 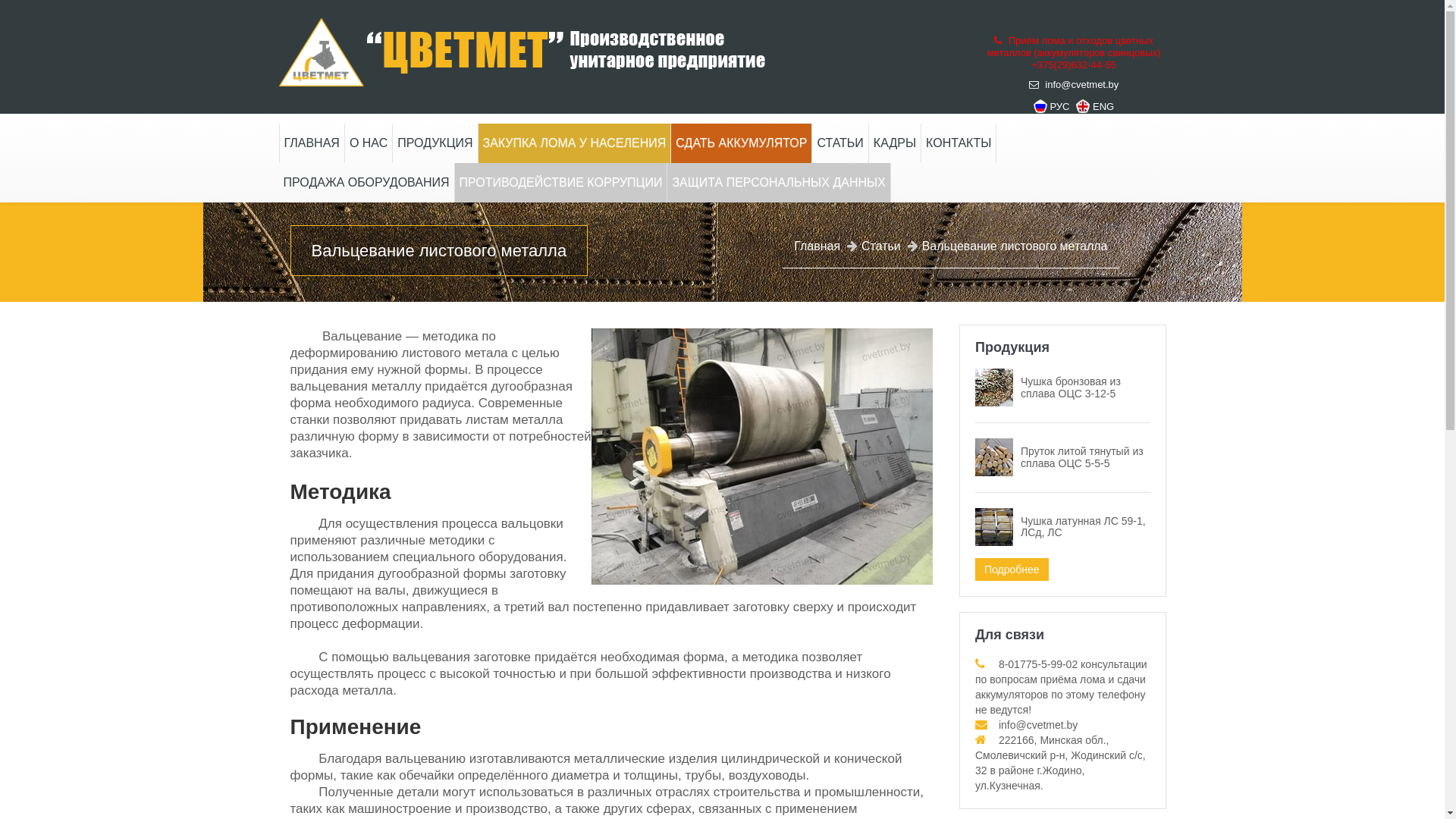 What do you see at coordinates (1072, 84) in the screenshot?
I see `'info@cvetmet.by'` at bounding box center [1072, 84].